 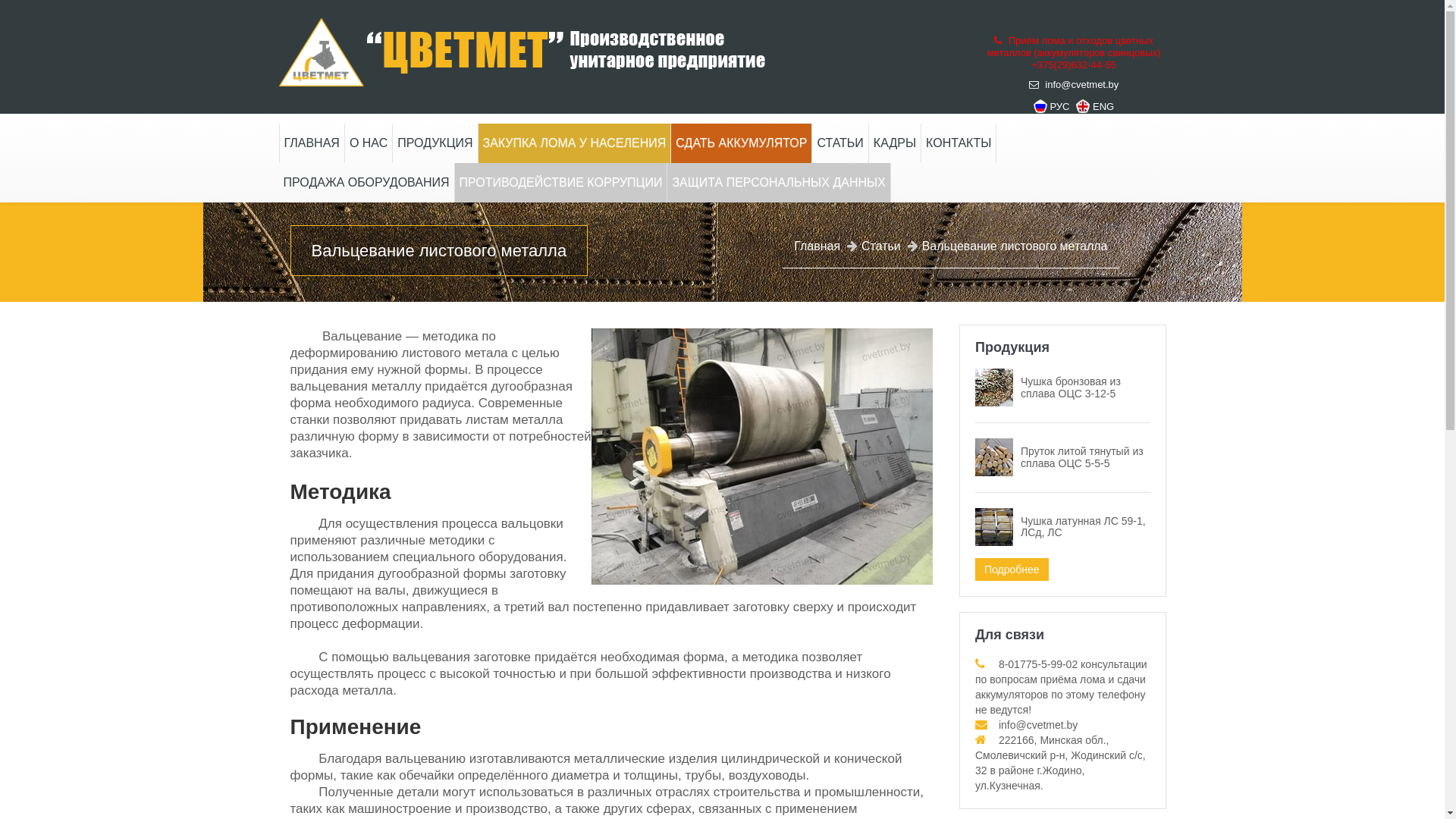 What do you see at coordinates (1072, 84) in the screenshot?
I see `'info@cvetmet.by'` at bounding box center [1072, 84].